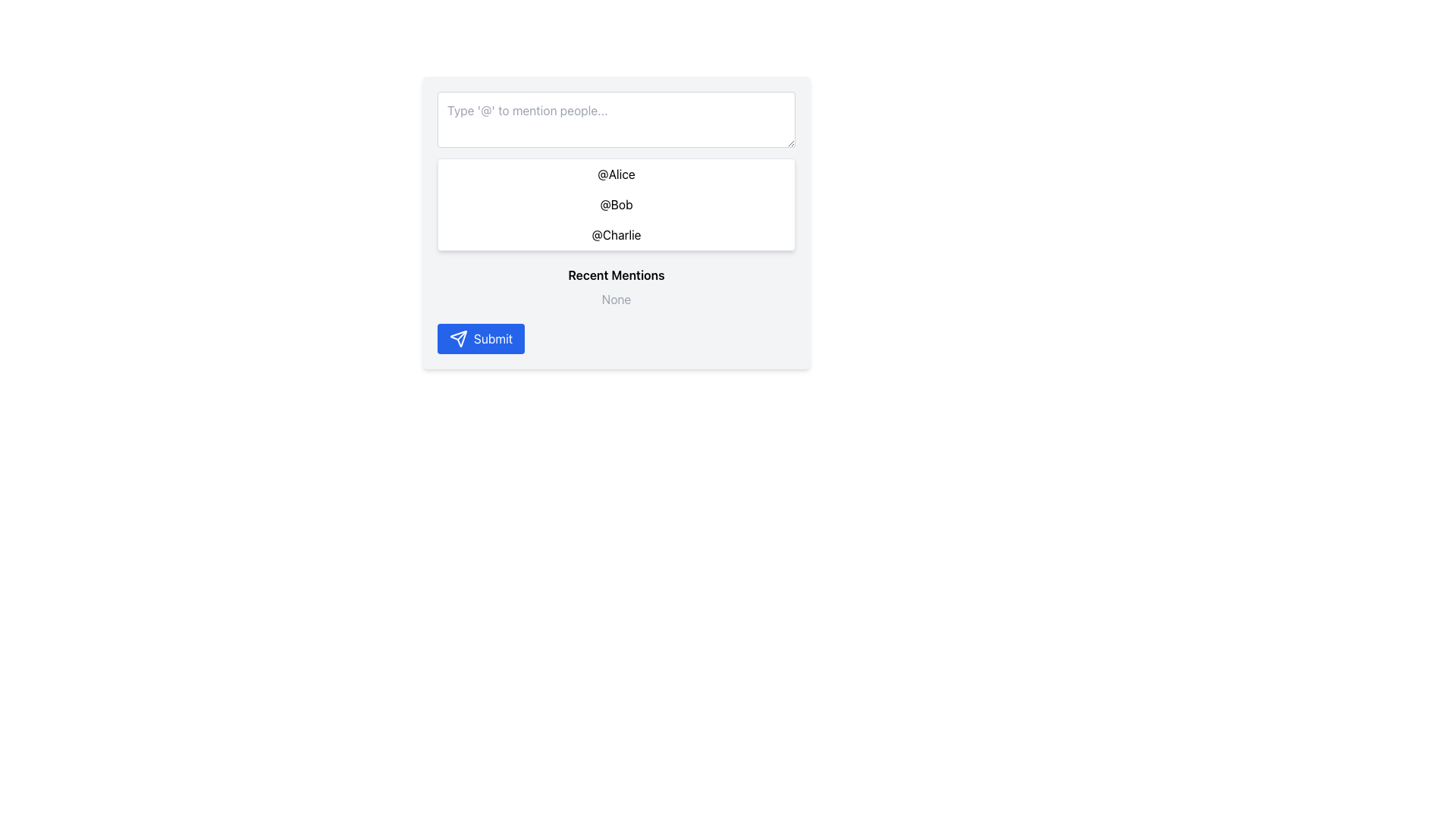  Describe the element at coordinates (616, 299) in the screenshot. I see `the Text label displaying 'None', which is styled in a lighter gray color and positioned directly under the 'Recent Mentions' label` at that location.